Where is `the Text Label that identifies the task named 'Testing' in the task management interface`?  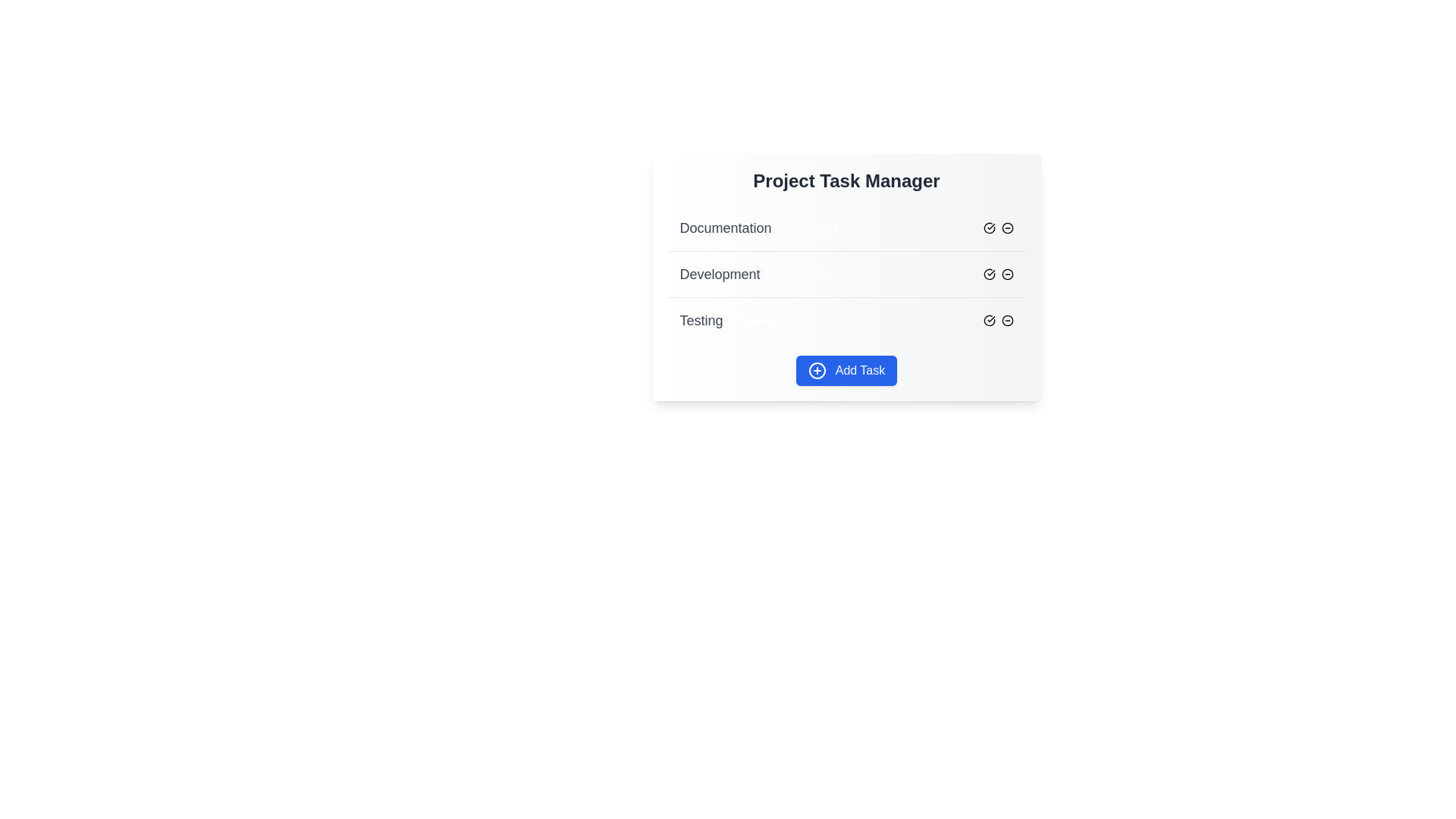 the Text Label that identifies the task named 'Testing' in the task management interface is located at coordinates (701, 320).